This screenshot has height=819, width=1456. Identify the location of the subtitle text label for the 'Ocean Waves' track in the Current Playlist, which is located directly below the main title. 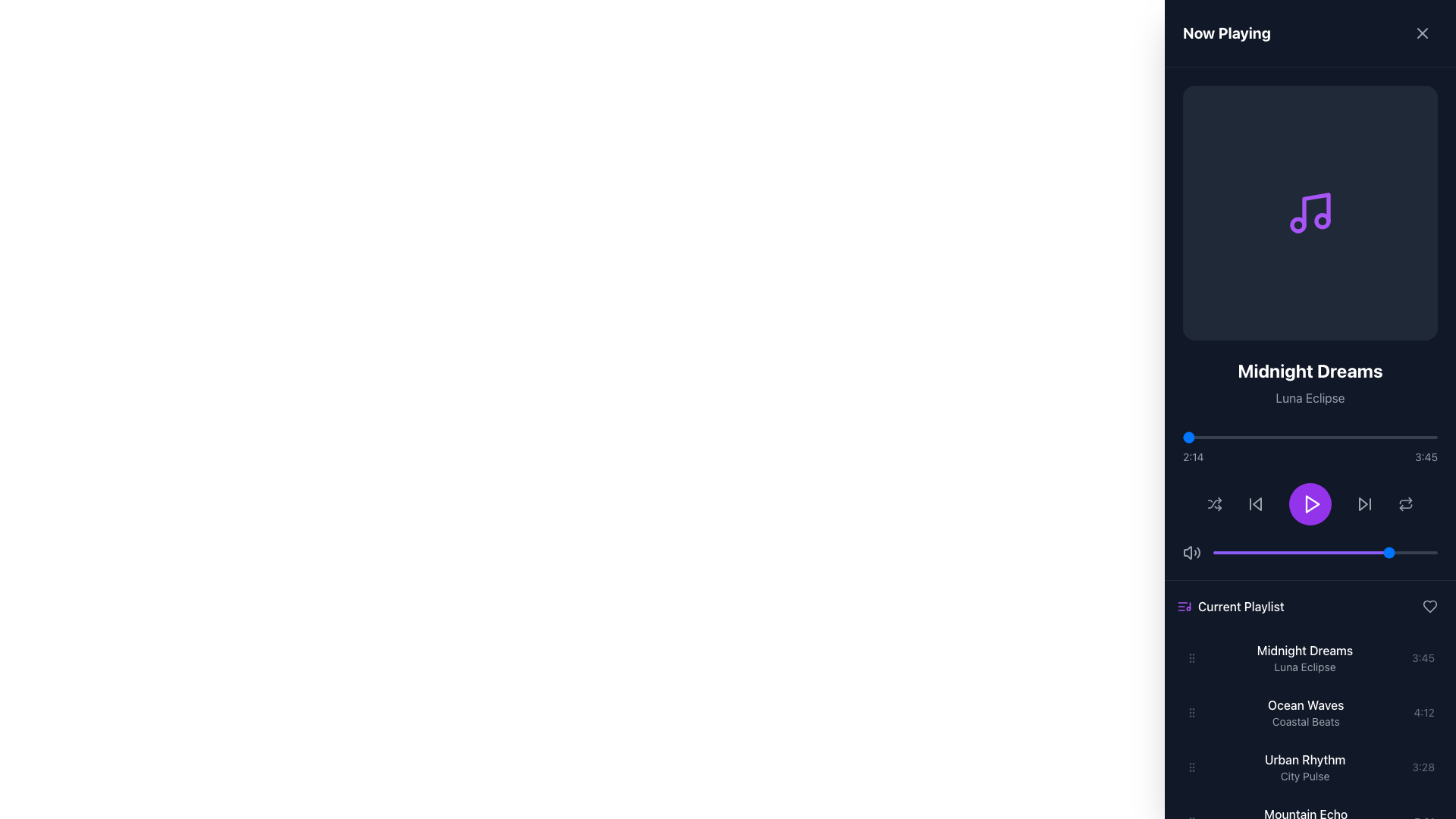
(1305, 721).